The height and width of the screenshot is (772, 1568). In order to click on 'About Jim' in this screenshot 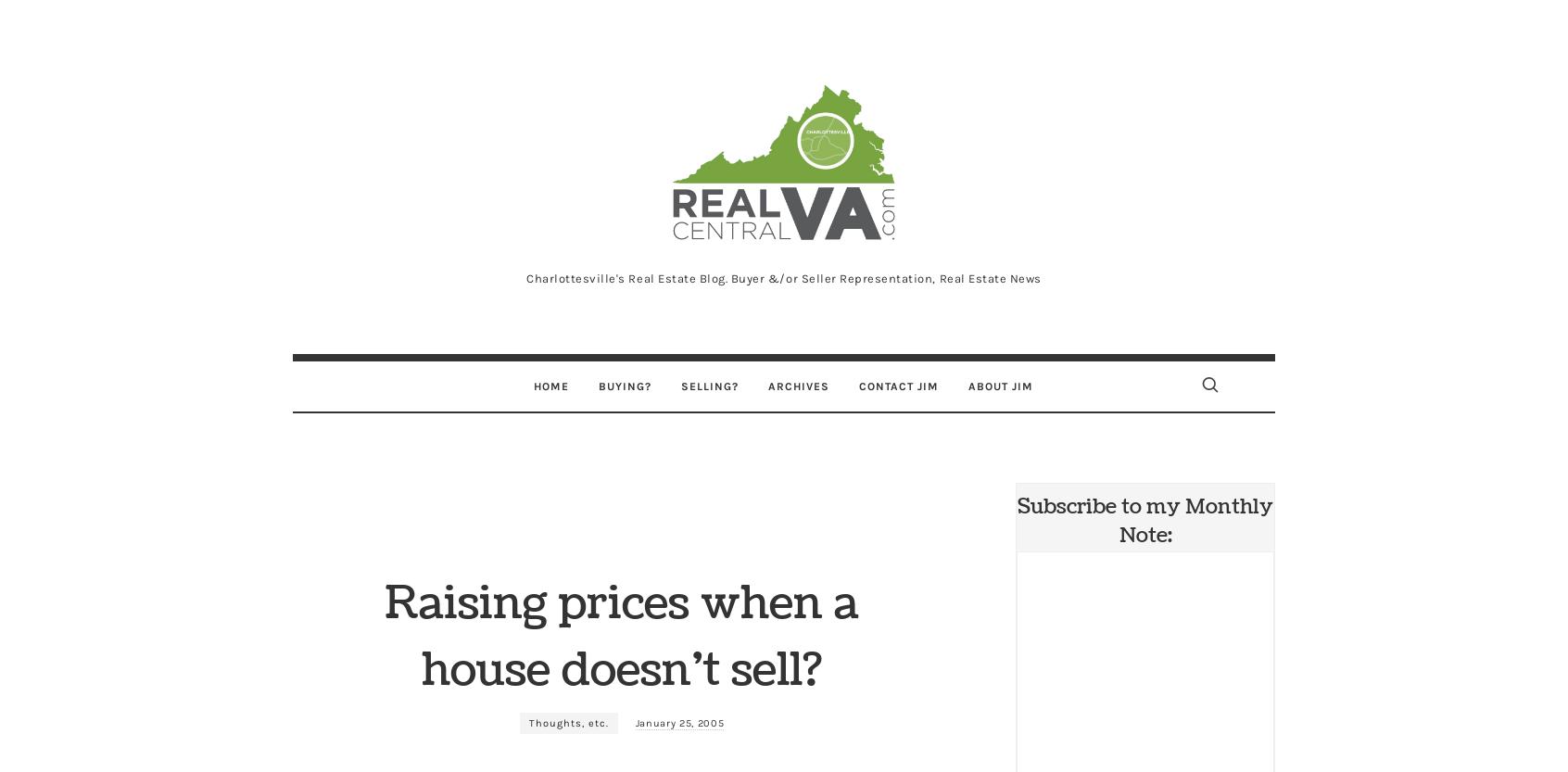, I will do `click(1001, 386)`.